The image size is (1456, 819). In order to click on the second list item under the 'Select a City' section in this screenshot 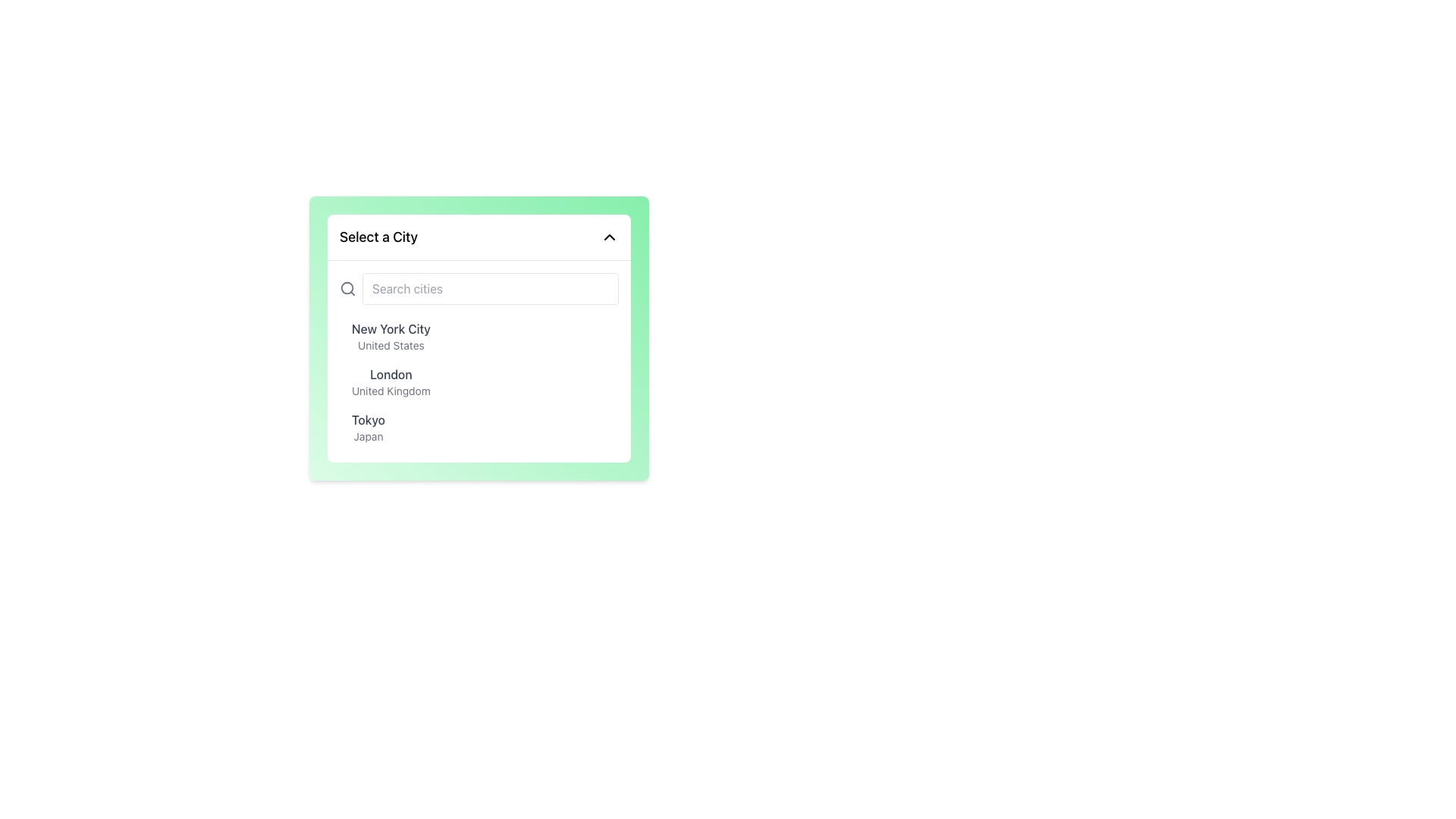, I will do `click(391, 381)`.